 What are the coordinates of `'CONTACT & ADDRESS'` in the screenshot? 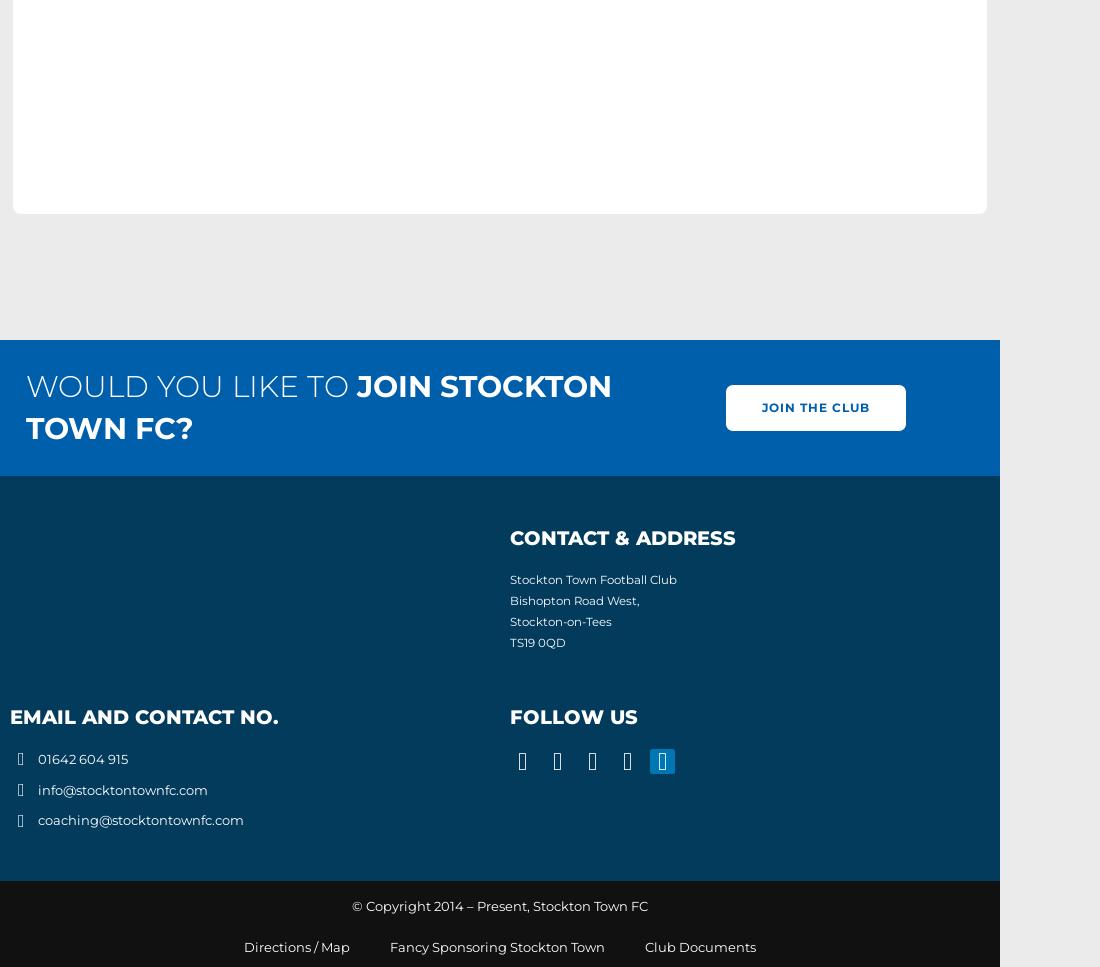 It's located at (623, 538).